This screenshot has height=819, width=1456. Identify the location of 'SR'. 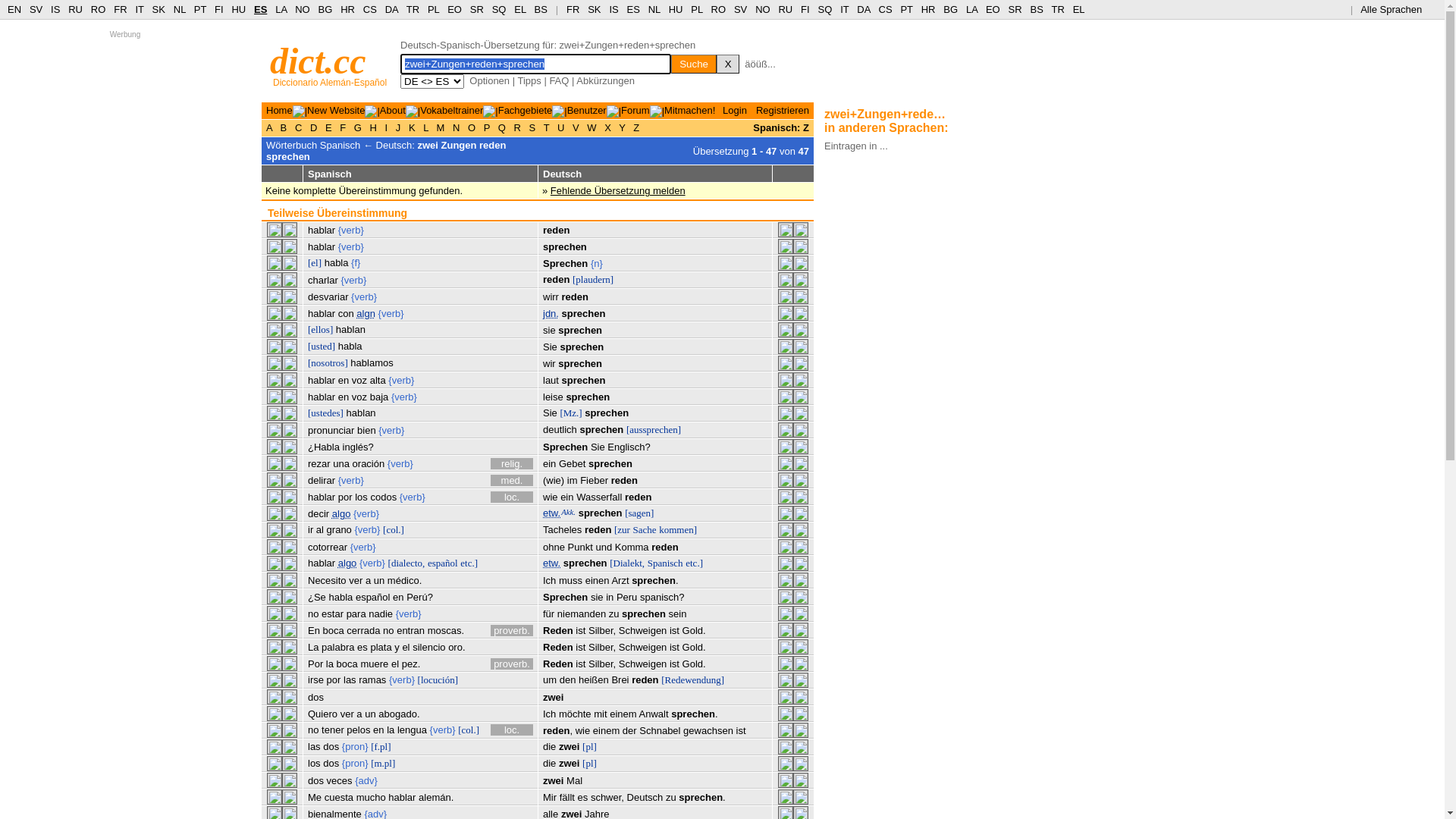
(1015, 9).